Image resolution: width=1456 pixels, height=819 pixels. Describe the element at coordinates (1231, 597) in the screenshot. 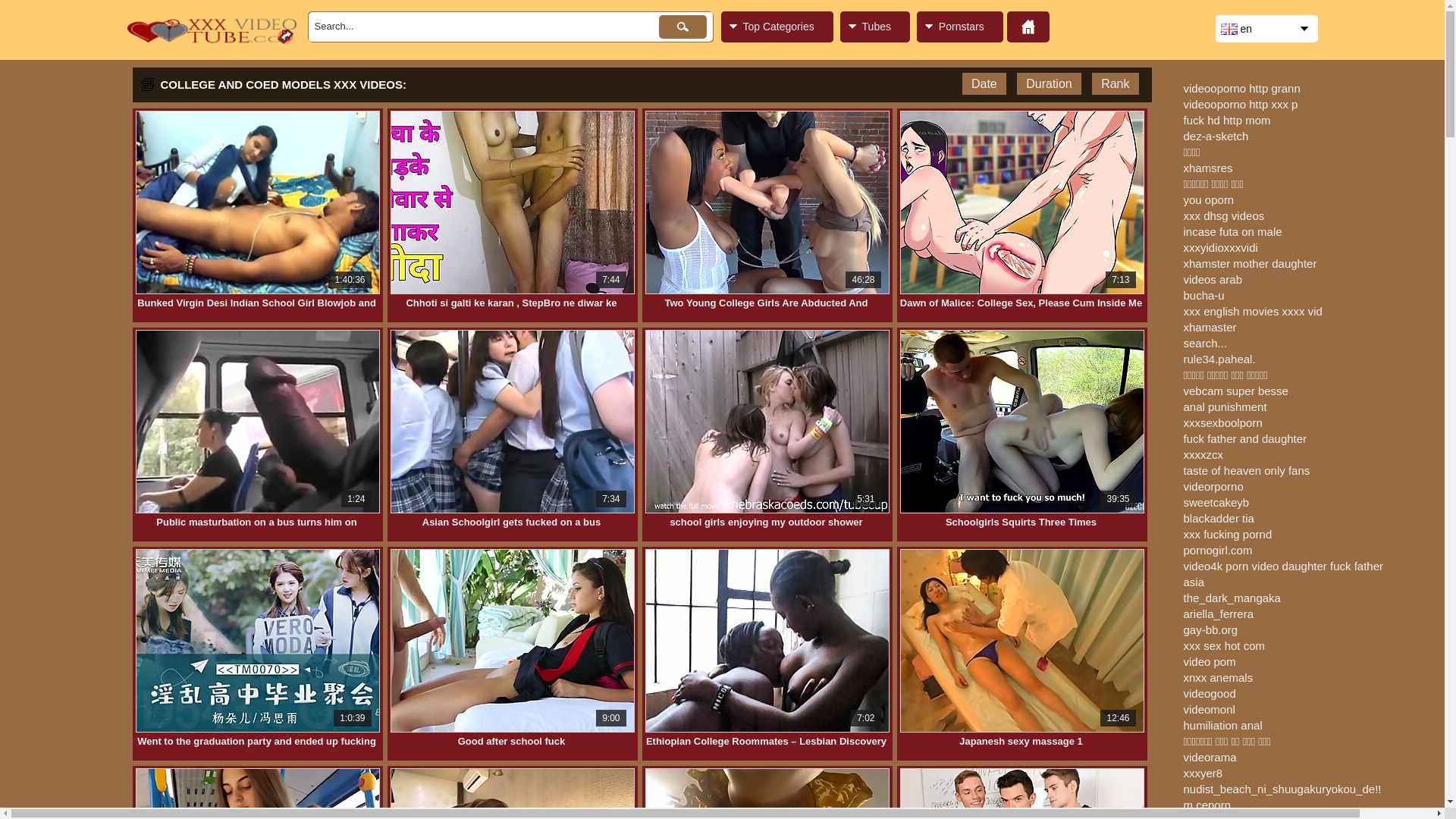

I see `'the_dark_mangaka'` at that location.